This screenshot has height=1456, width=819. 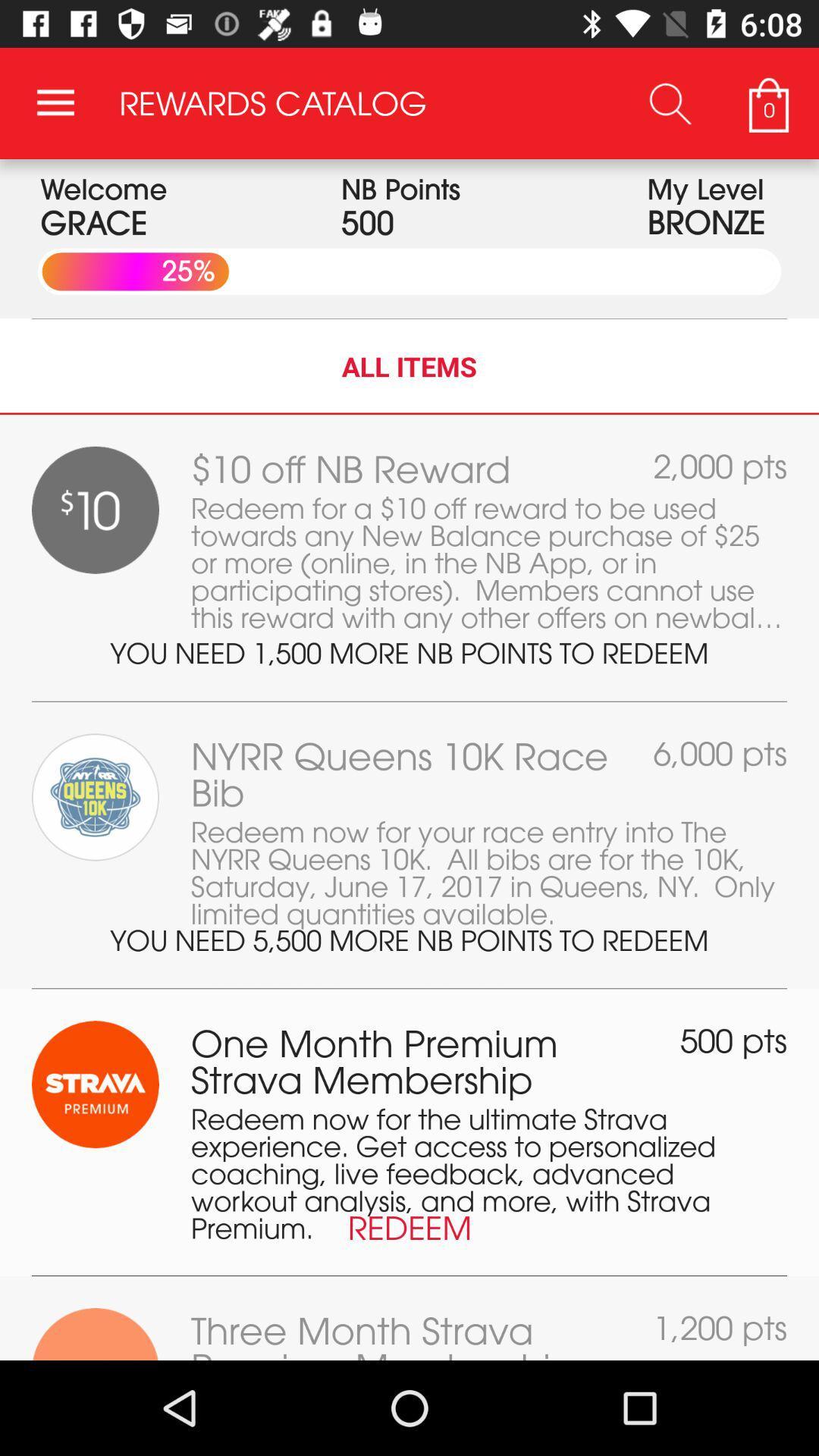 What do you see at coordinates (733, 1040) in the screenshot?
I see `500 pts item` at bounding box center [733, 1040].